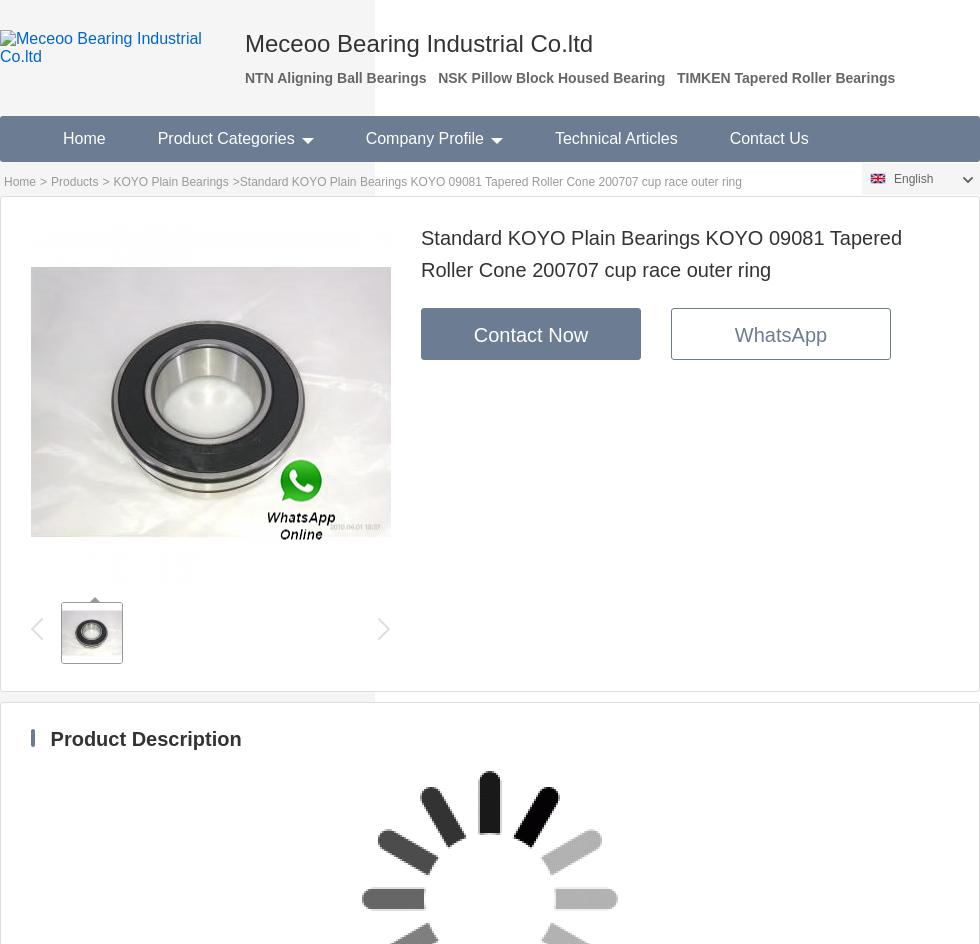 The image size is (980, 944). What do you see at coordinates (335, 76) in the screenshot?
I see `'NTN Aligning Ball Bearings'` at bounding box center [335, 76].